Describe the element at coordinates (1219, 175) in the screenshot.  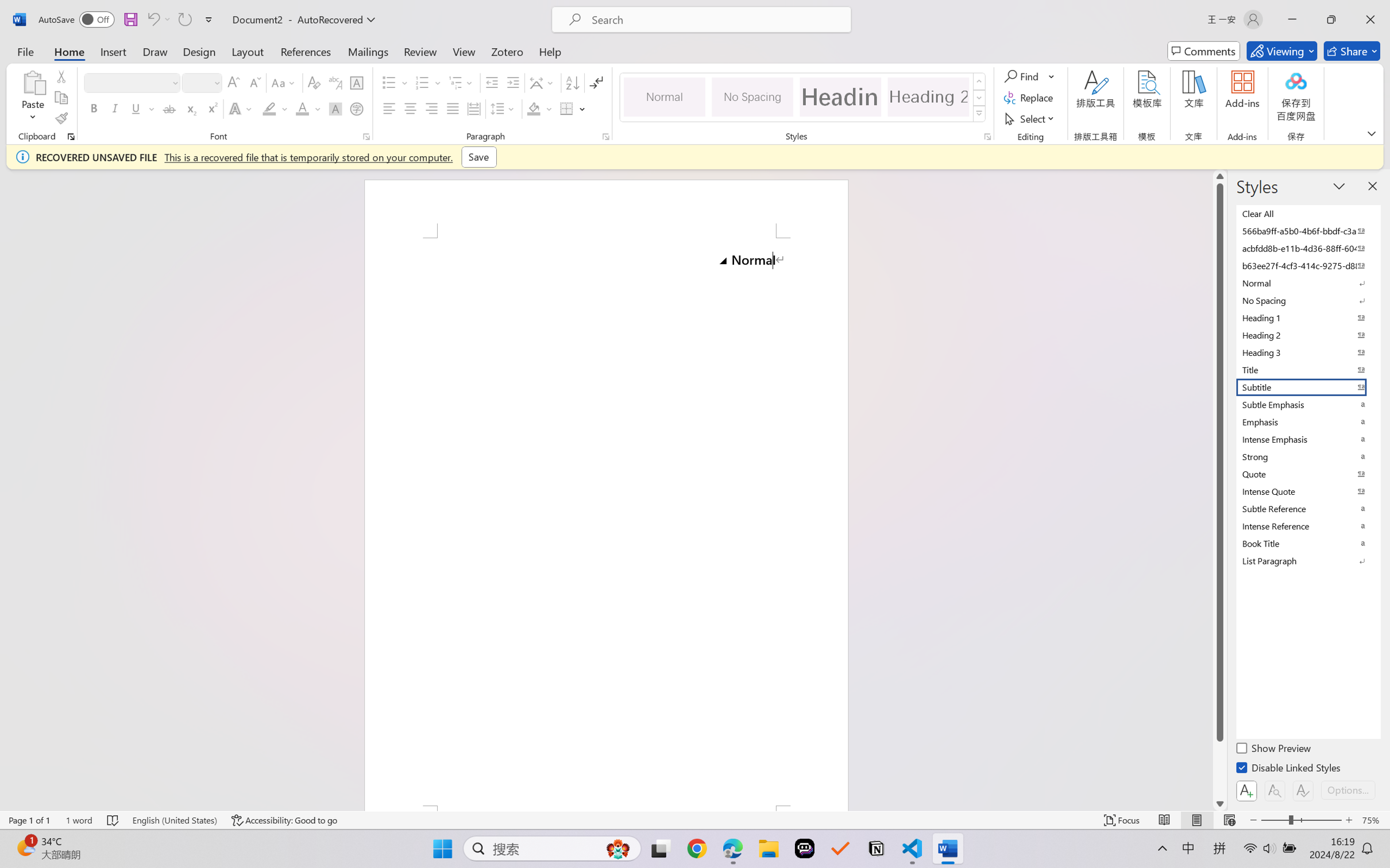
I see `'Line up'` at that location.